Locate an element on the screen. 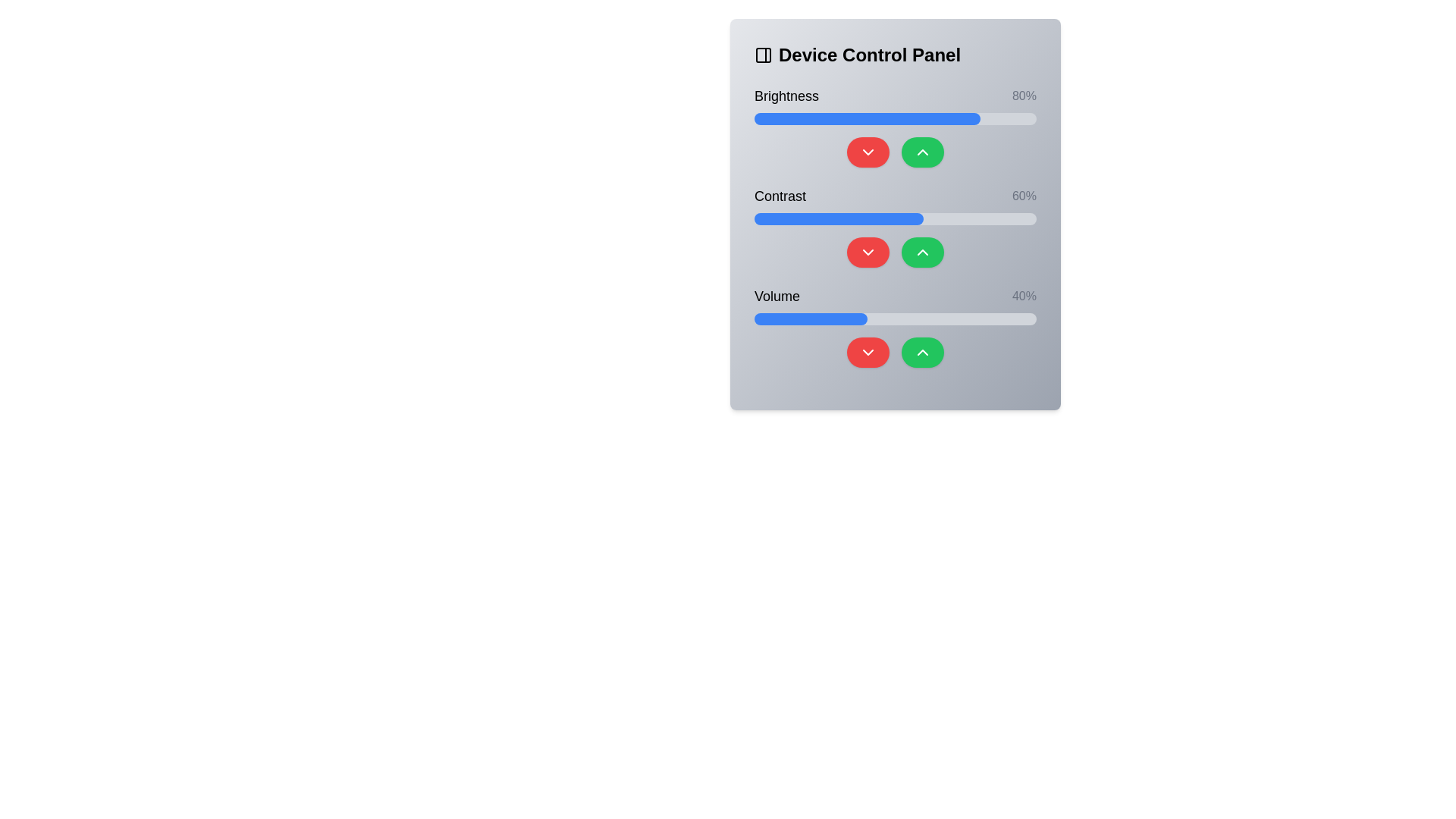 The height and width of the screenshot is (819, 1456). the progress bar indicating the current value for the 'Brightness' setting located directly under the 'Brightness' label in the 'Device Control Panel' is located at coordinates (895, 118).